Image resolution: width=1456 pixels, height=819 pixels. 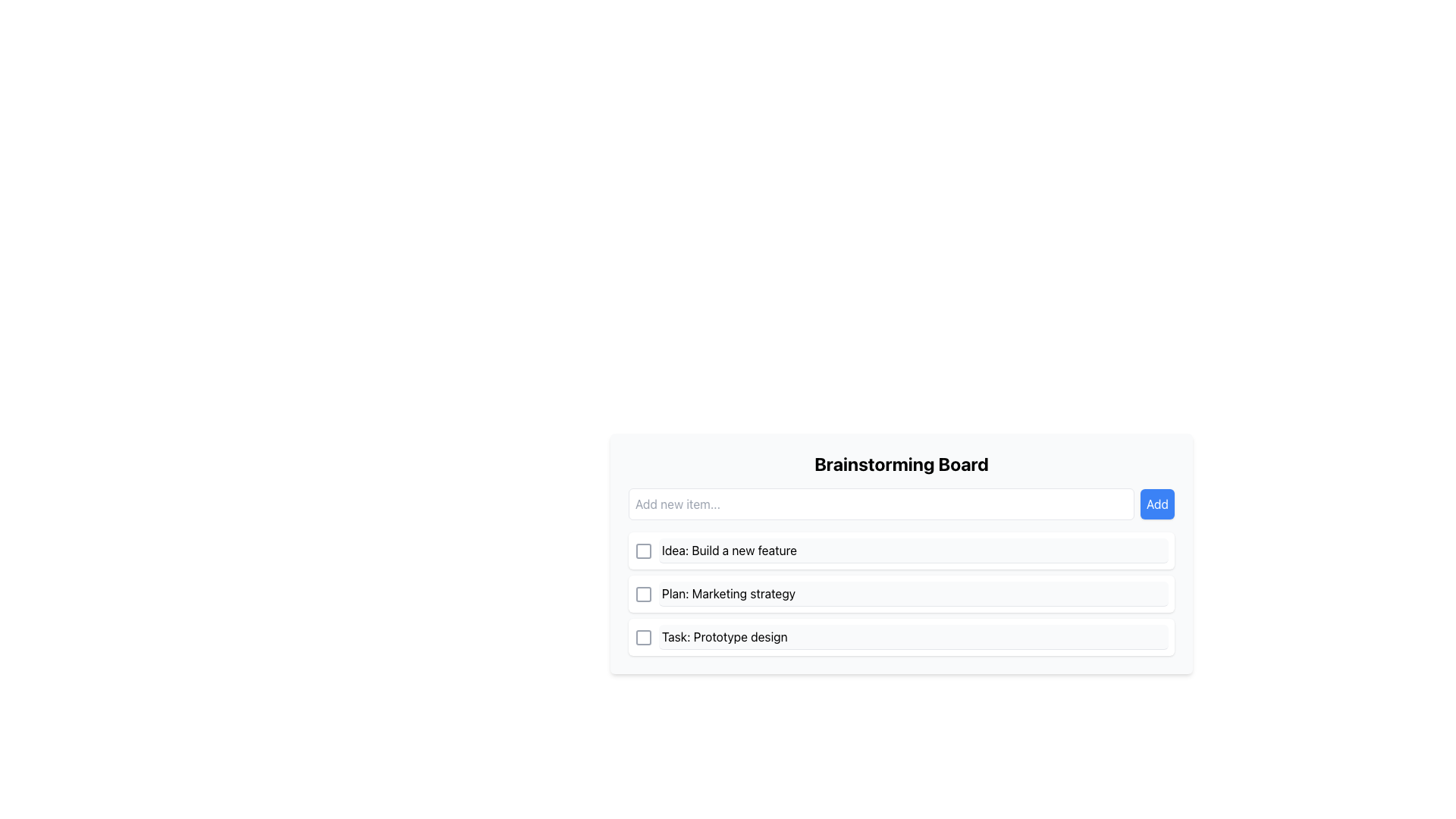 What do you see at coordinates (644, 593) in the screenshot?
I see `the checkbox located to the left of the text field labeled 'Plan: Marketing strategy' in the second row of the list under 'Brainstorming Board'` at bounding box center [644, 593].